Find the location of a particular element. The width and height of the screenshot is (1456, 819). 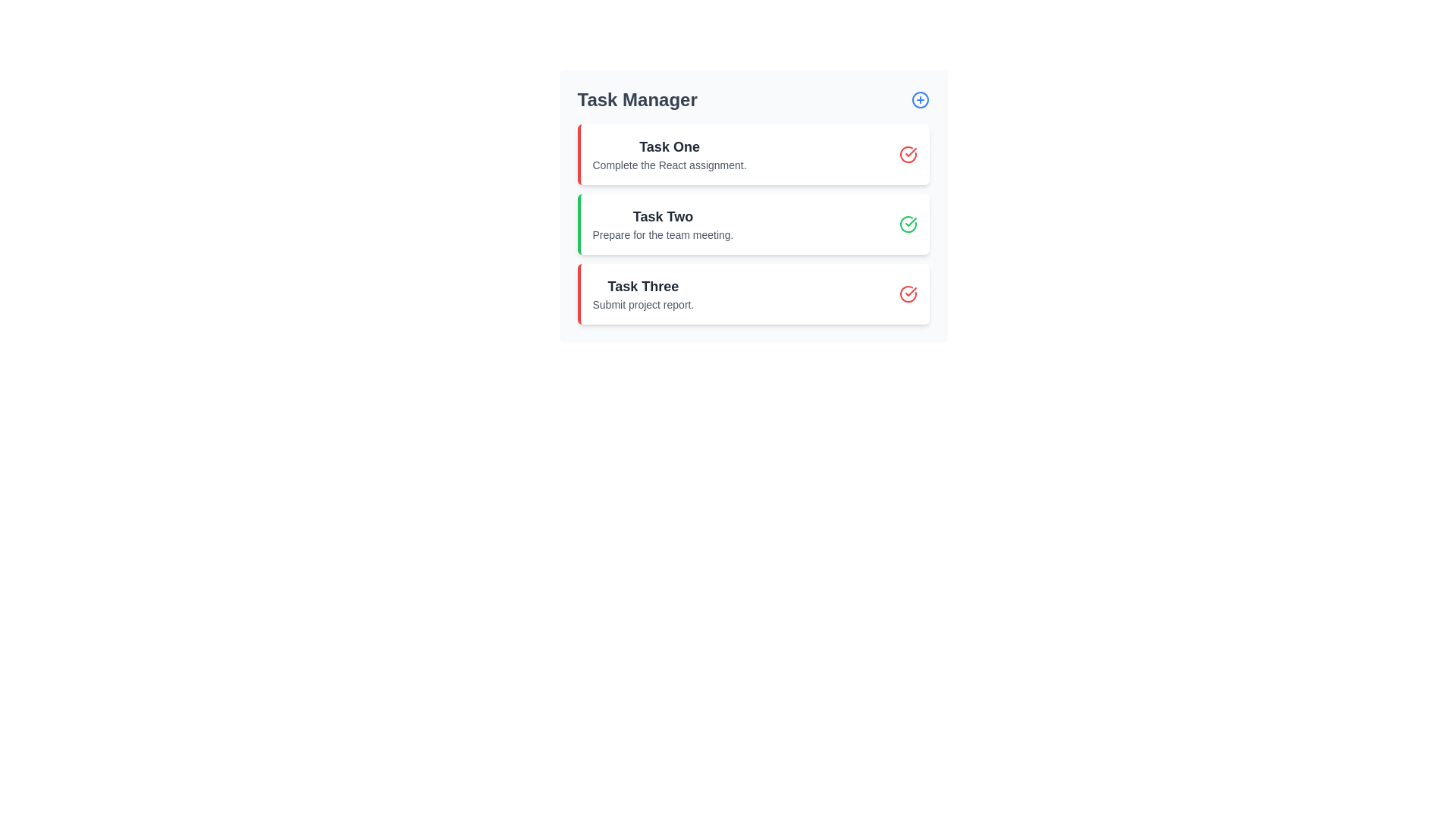

the text label providing details for the task named 'Task One', which is positioned just below the title within a task card layout is located at coordinates (669, 165).